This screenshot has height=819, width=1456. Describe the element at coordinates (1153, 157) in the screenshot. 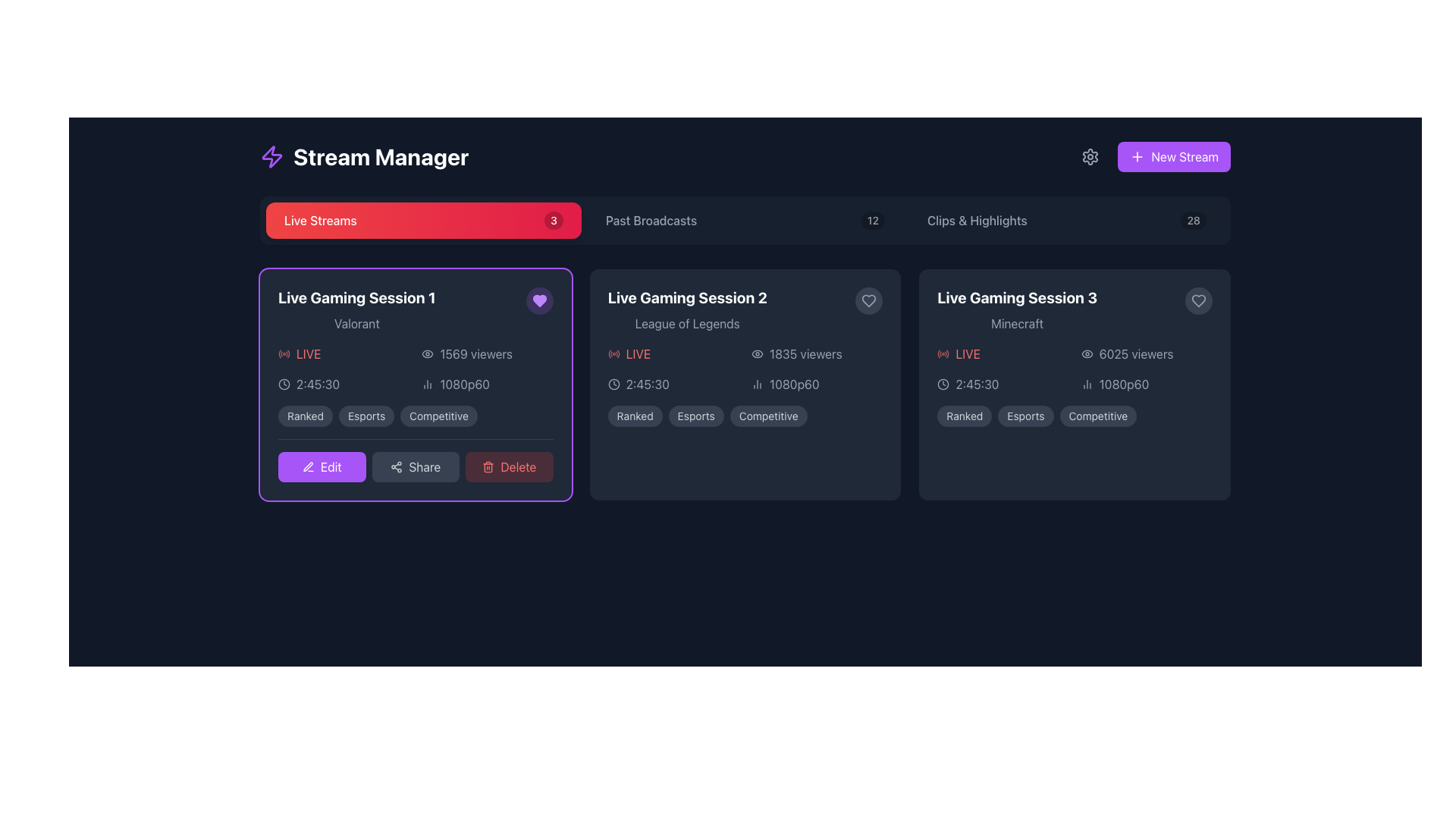

I see `the button located in the top right corner of the section containing 'Stream Manager' to initiate a new stream creation process` at that location.